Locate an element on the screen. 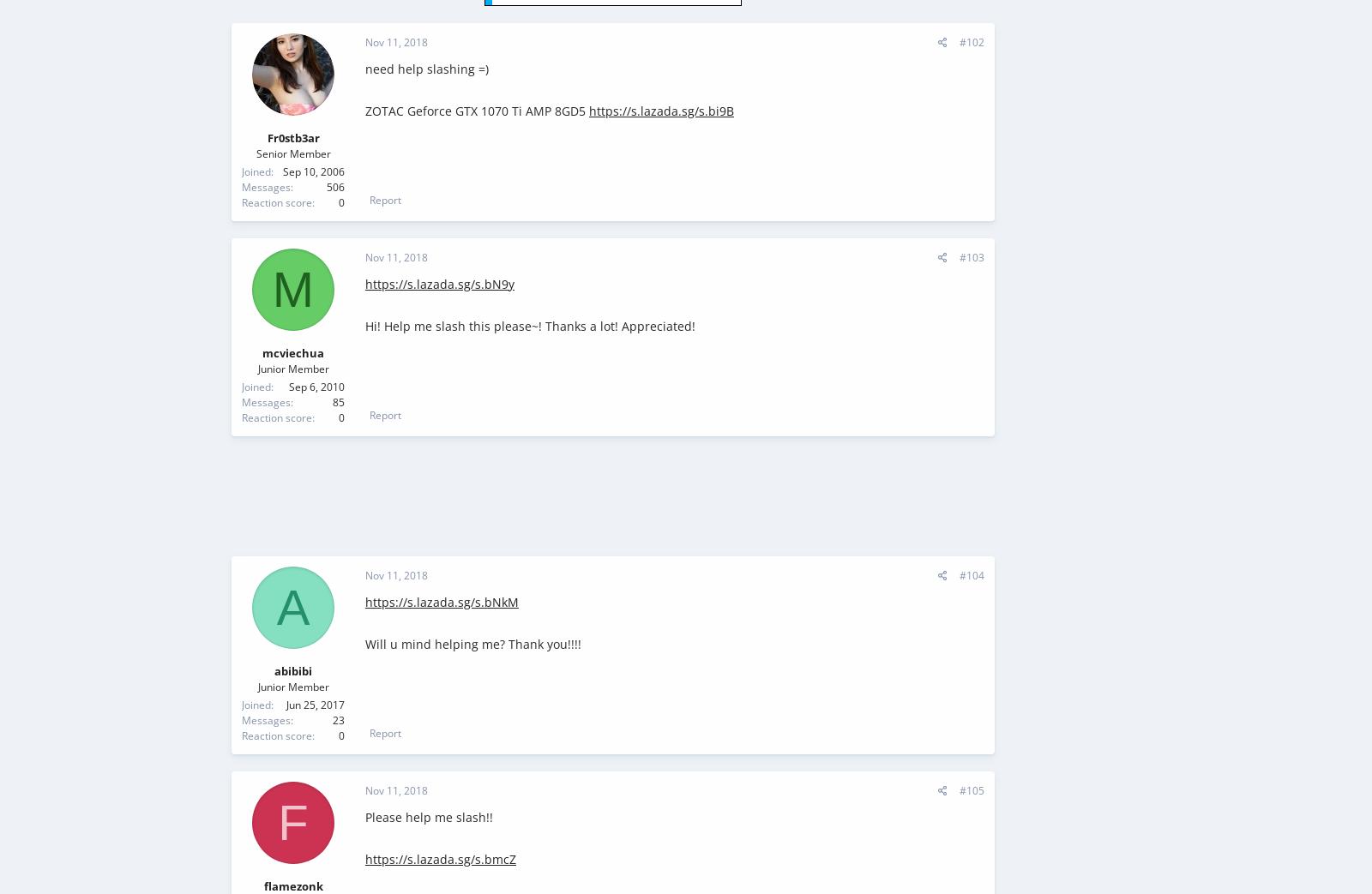  'F' is located at coordinates (292, 821).